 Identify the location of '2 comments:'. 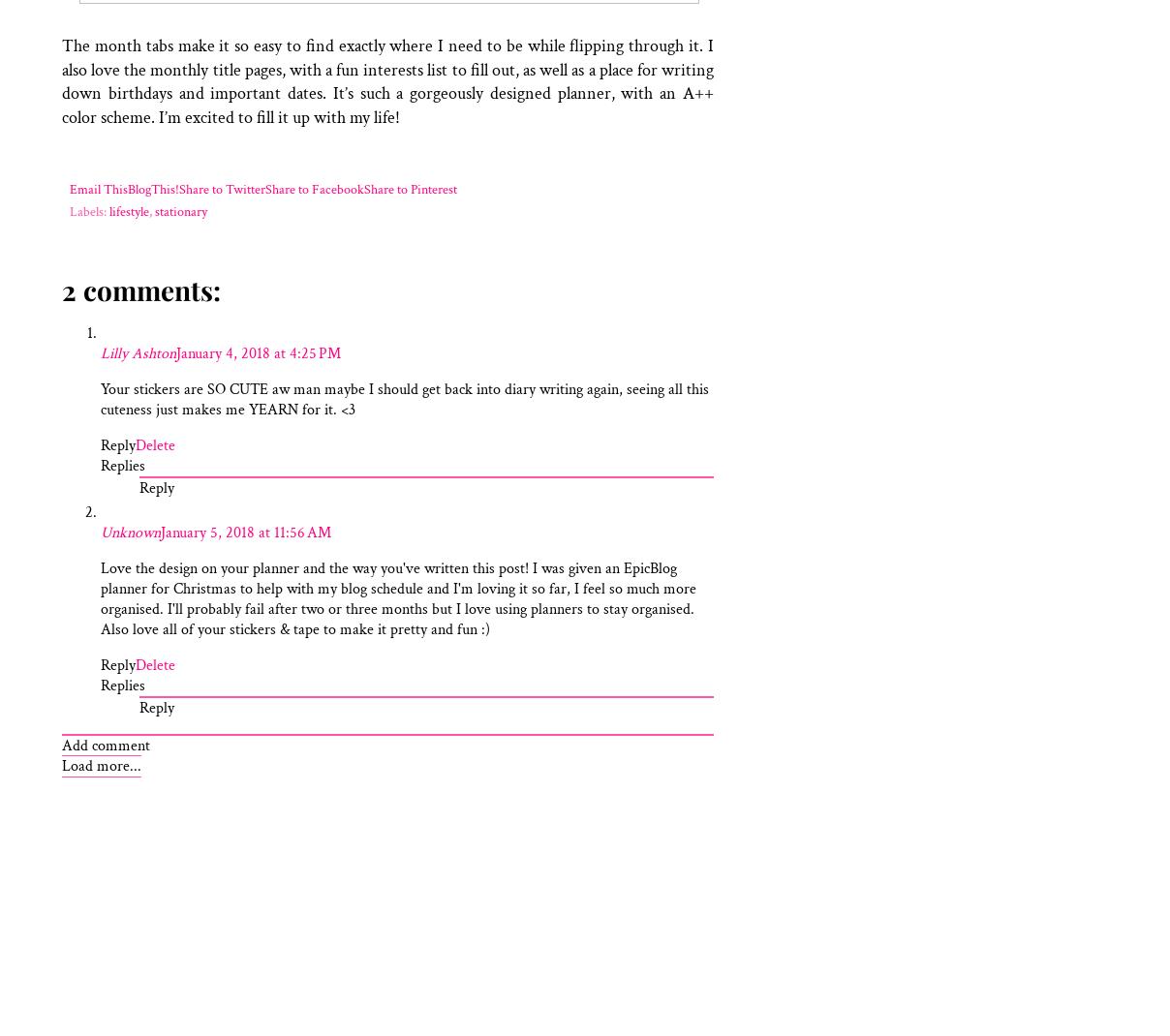
(61, 289).